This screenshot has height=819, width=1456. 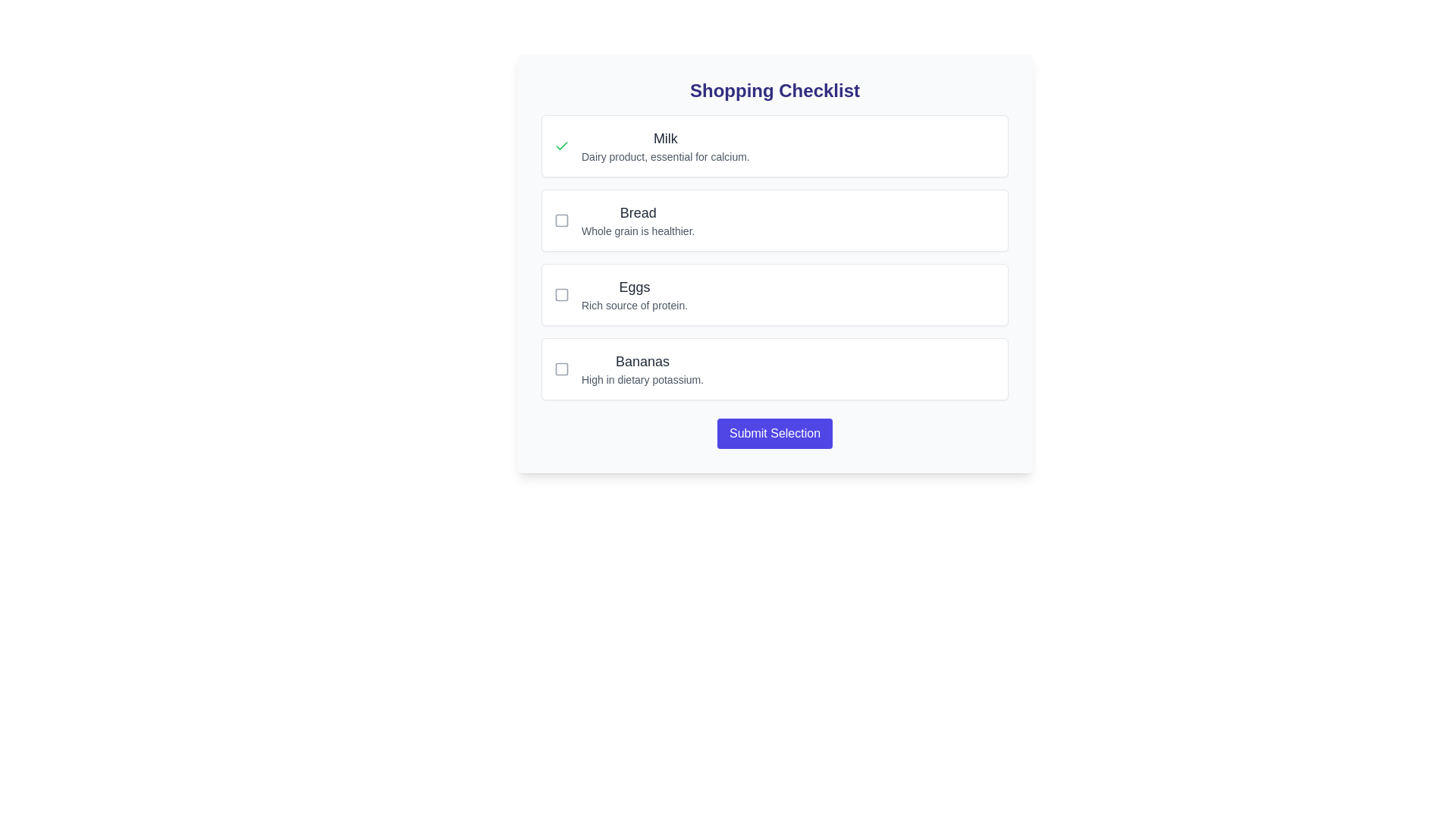 What do you see at coordinates (665, 138) in the screenshot?
I see `the text label displaying 'Milk', which is styled with a larger font size and medium weight, located at the upper part of a list item under 'Shopping Checklist'` at bounding box center [665, 138].